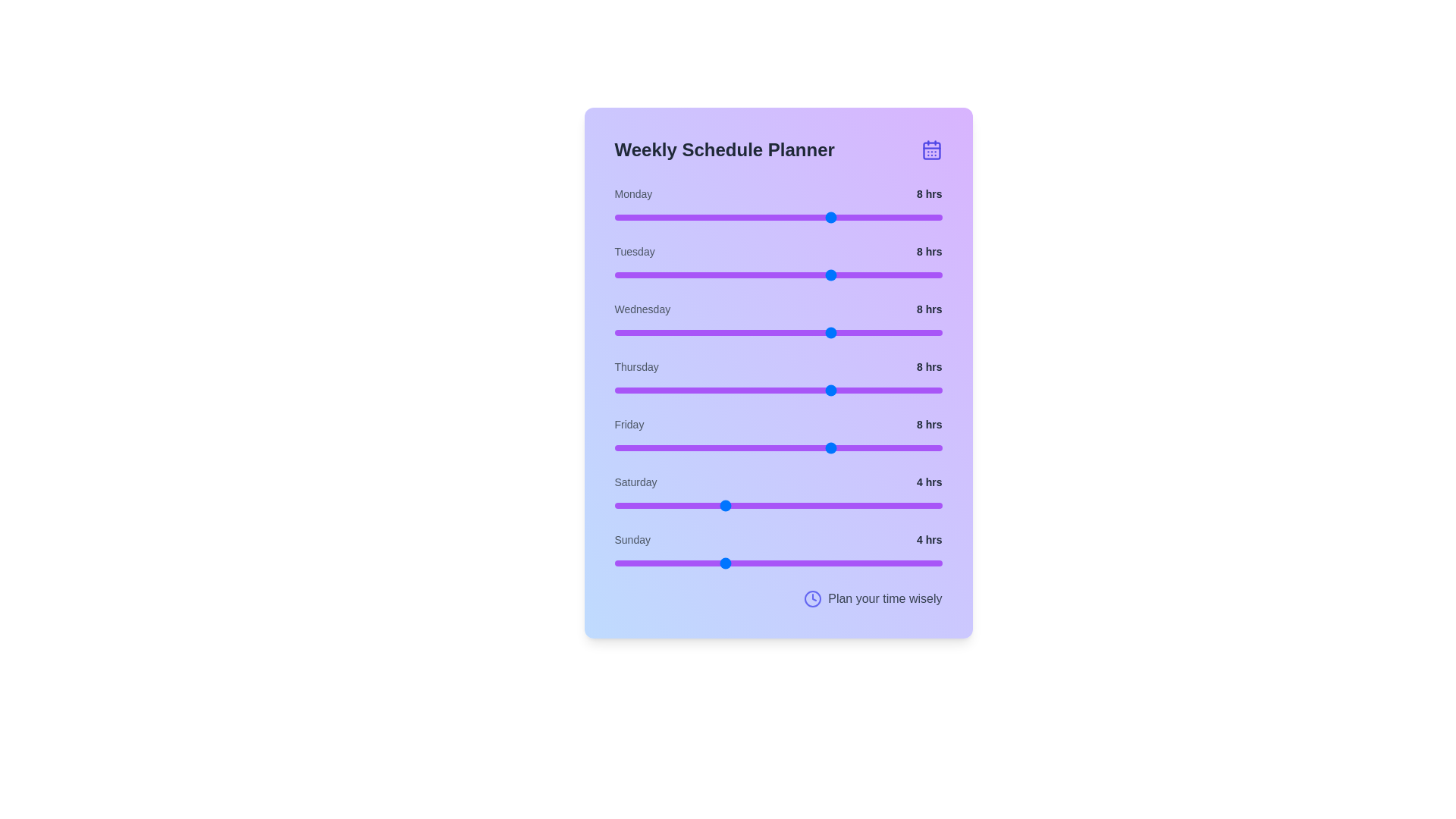  I want to click on the calendar icon in the header to trigger navigation or additional actions, so click(930, 149).